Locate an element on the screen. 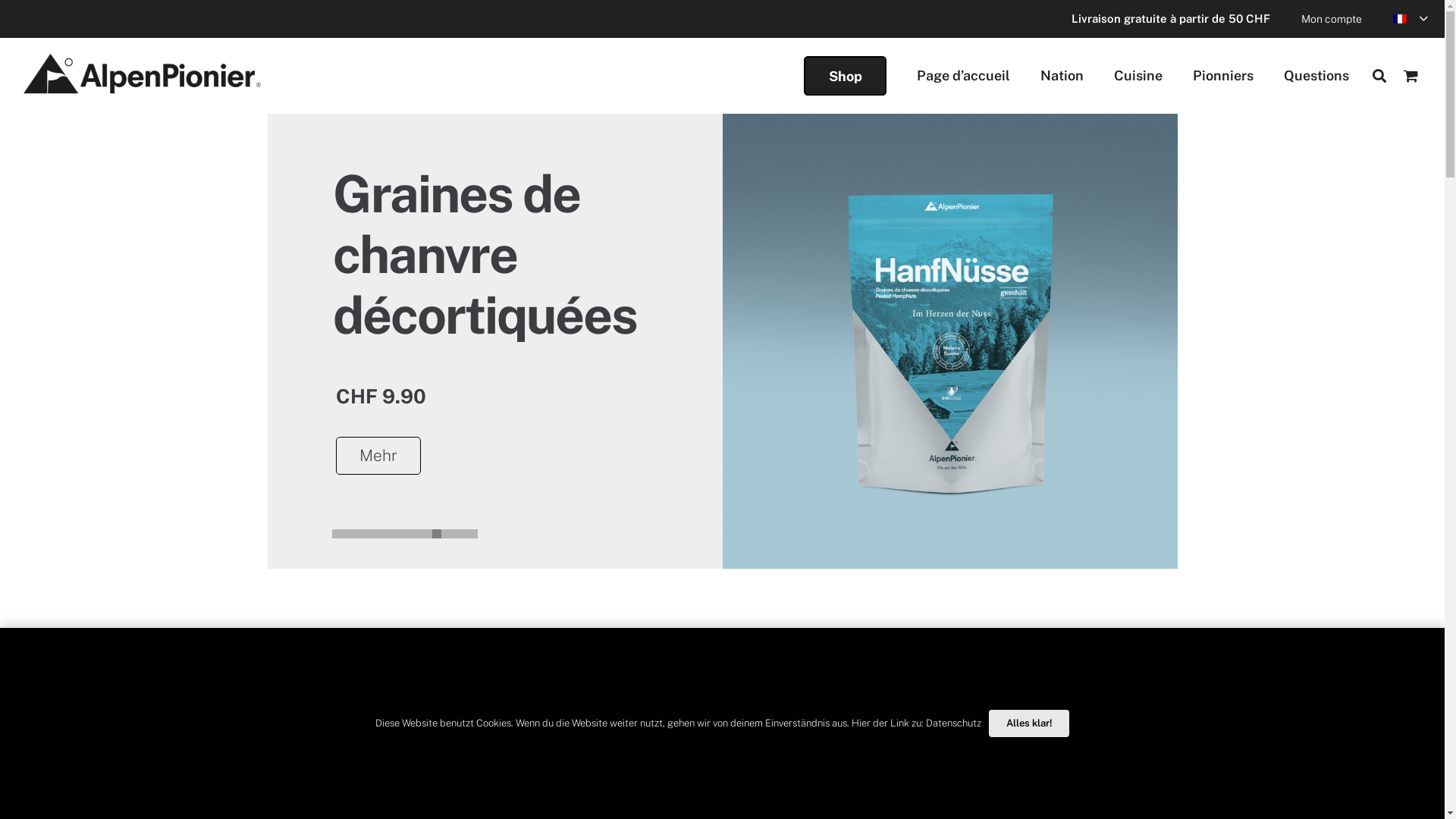  'Mehr' is located at coordinates (334, 455).